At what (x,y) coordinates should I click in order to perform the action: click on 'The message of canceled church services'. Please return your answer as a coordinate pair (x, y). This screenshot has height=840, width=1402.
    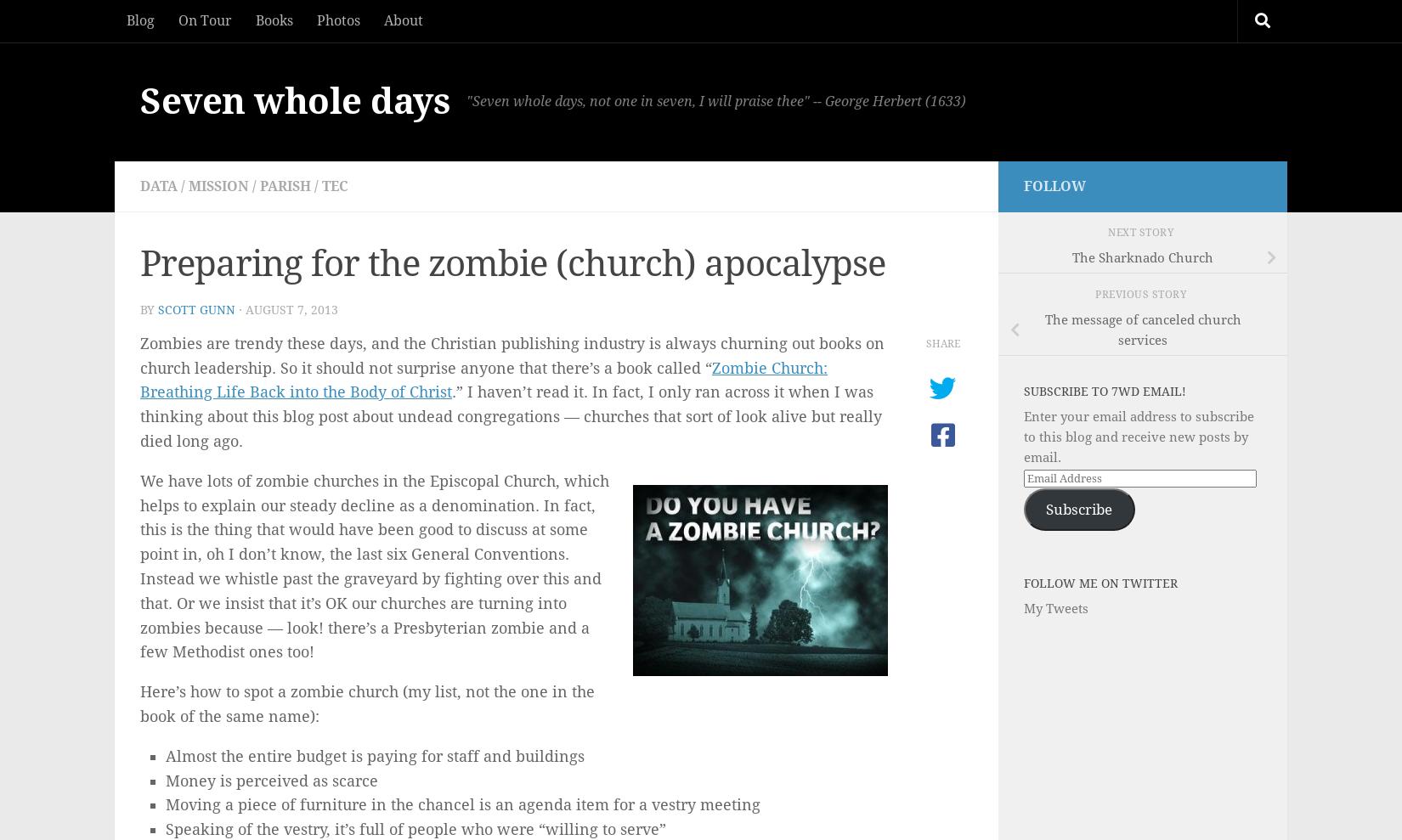
    Looking at the image, I should click on (1043, 329).